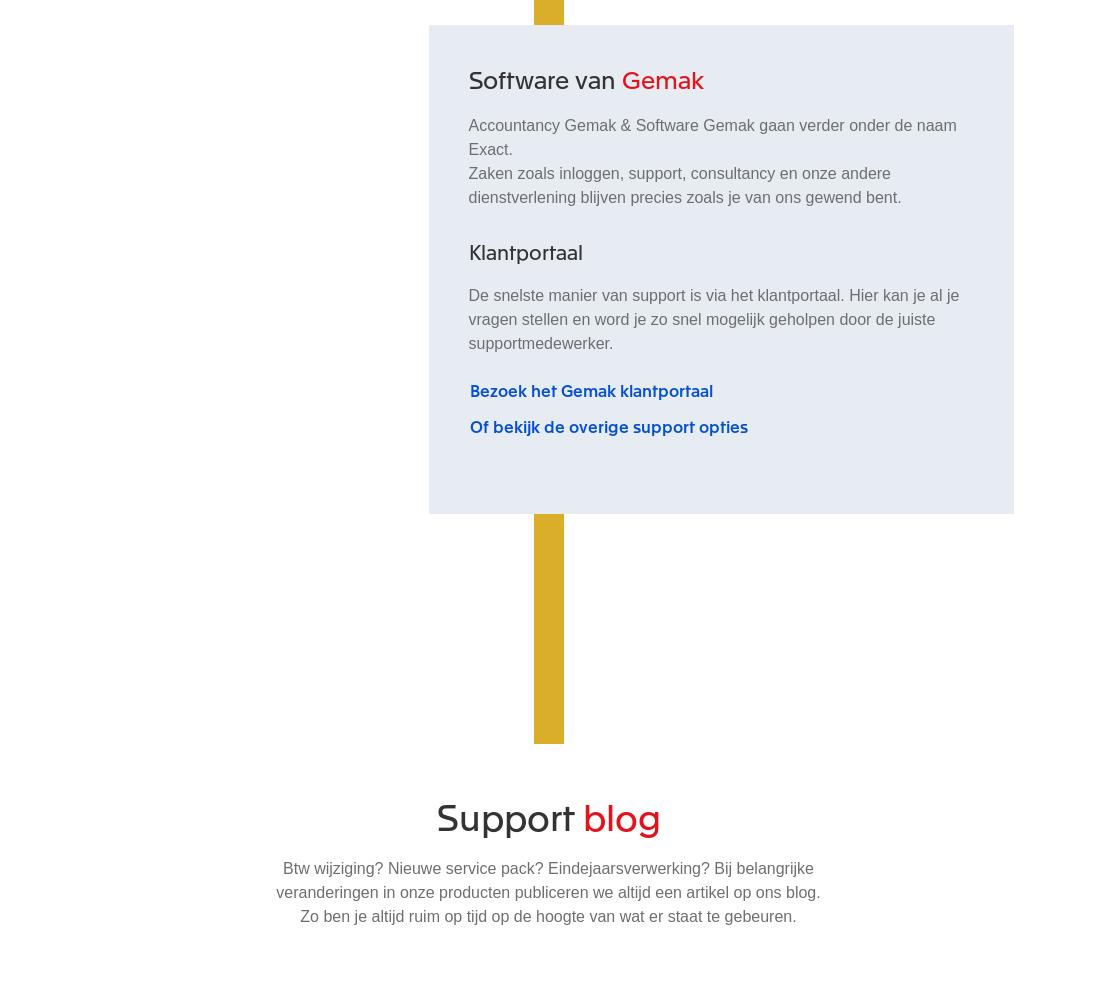  What do you see at coordinates (546, 892) in the screenshot?
I see `'Btw wijziging? Nieuwe service pack? Eindejaarsverwerking? Bij belangrijke veranderingen in onze producten publiceren we altijd een artikel op ons blog. Zo ben je altijd ruim op tijd op de hoogte van wat er staat te gebeuren.'` at bounding box center [546, 892].